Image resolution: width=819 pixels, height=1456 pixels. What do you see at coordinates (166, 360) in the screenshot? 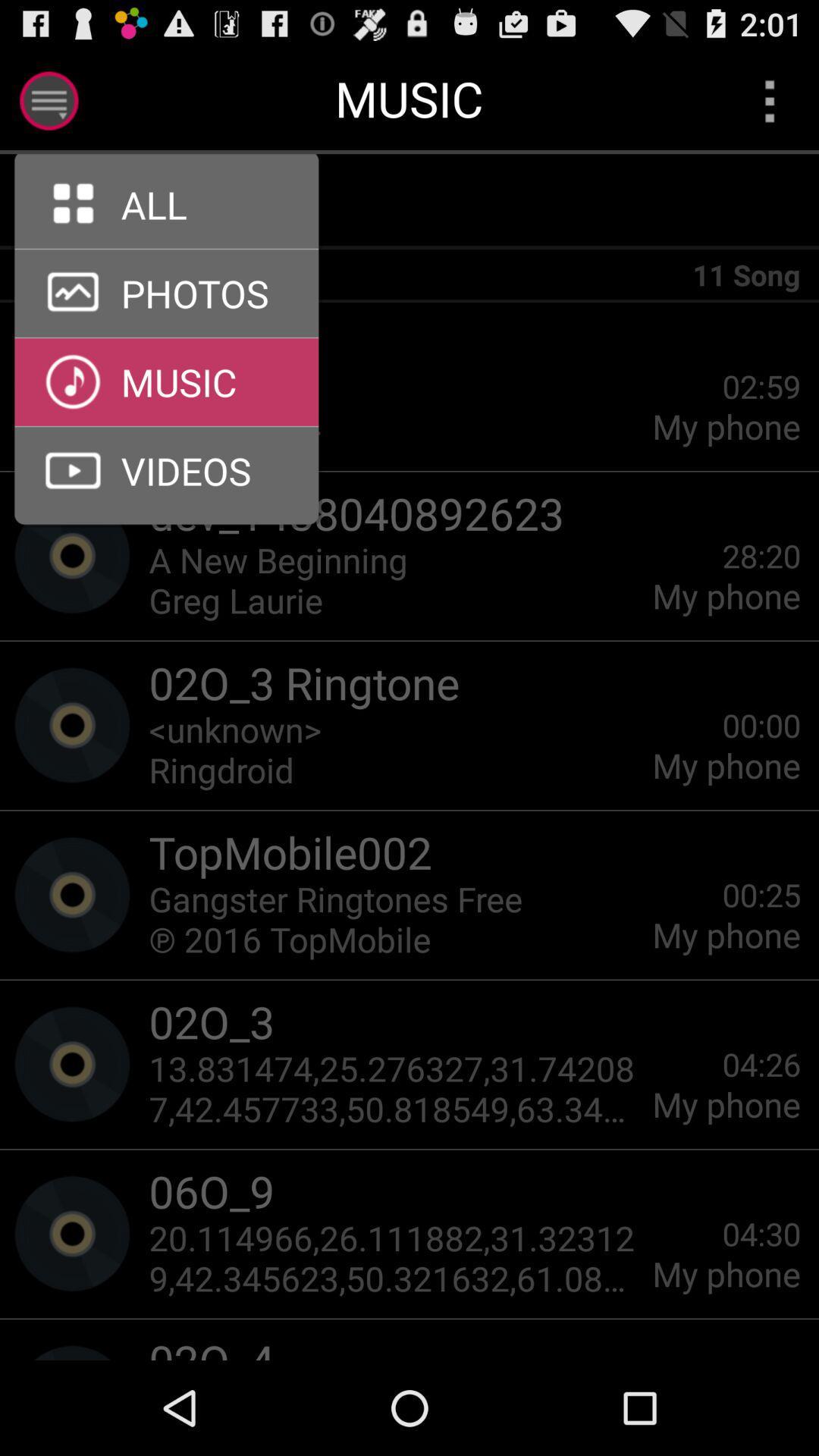
I see `the arrow_forward icon` at bounding box center [166, 360].